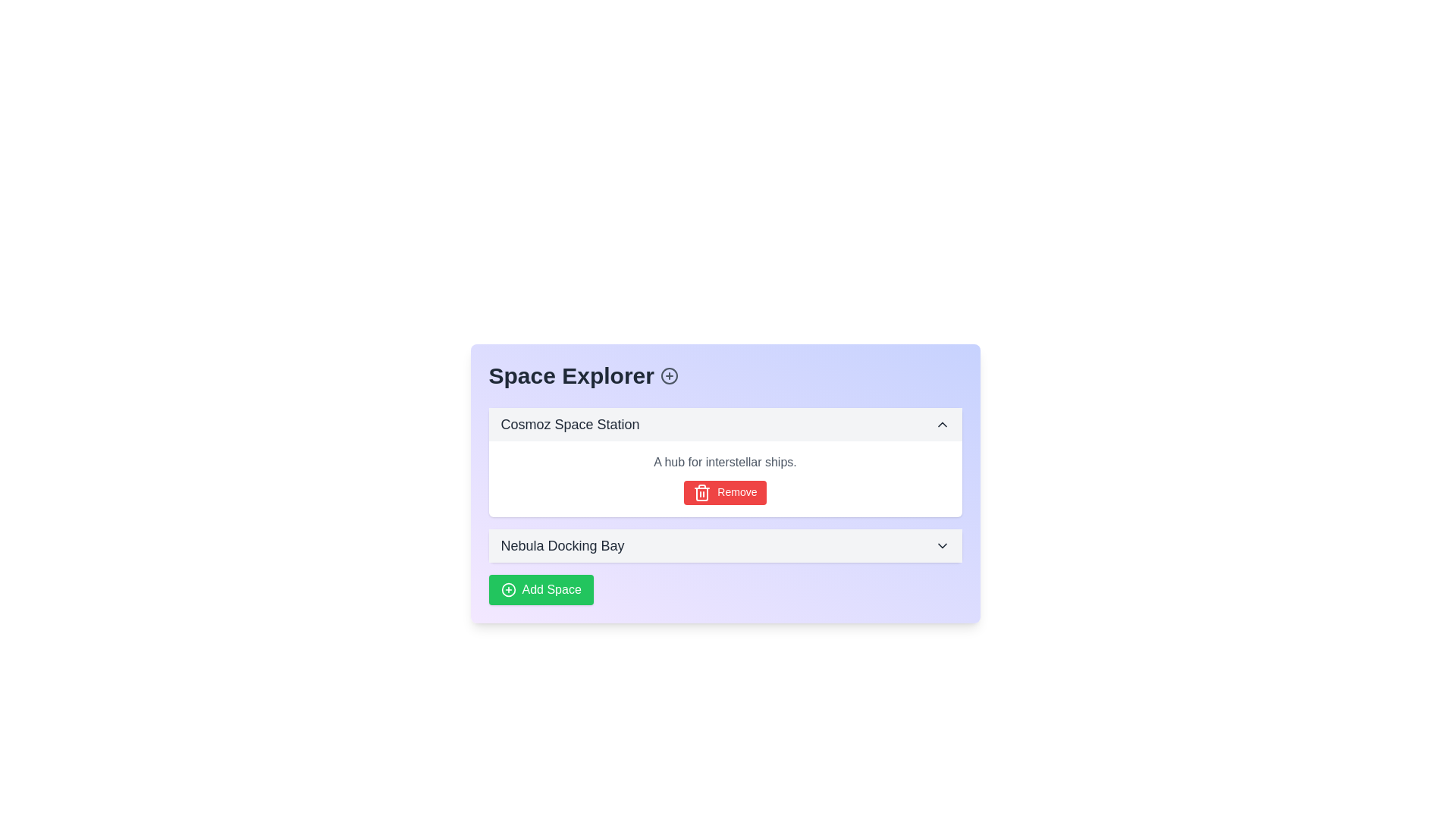 This screenshot has width=1456, height=819. Describe the element at coordinates (669, 375) in the screenshot. I see `the circular '+' button located to the right of the 'Space Explorer' heading in the panel` at that location.